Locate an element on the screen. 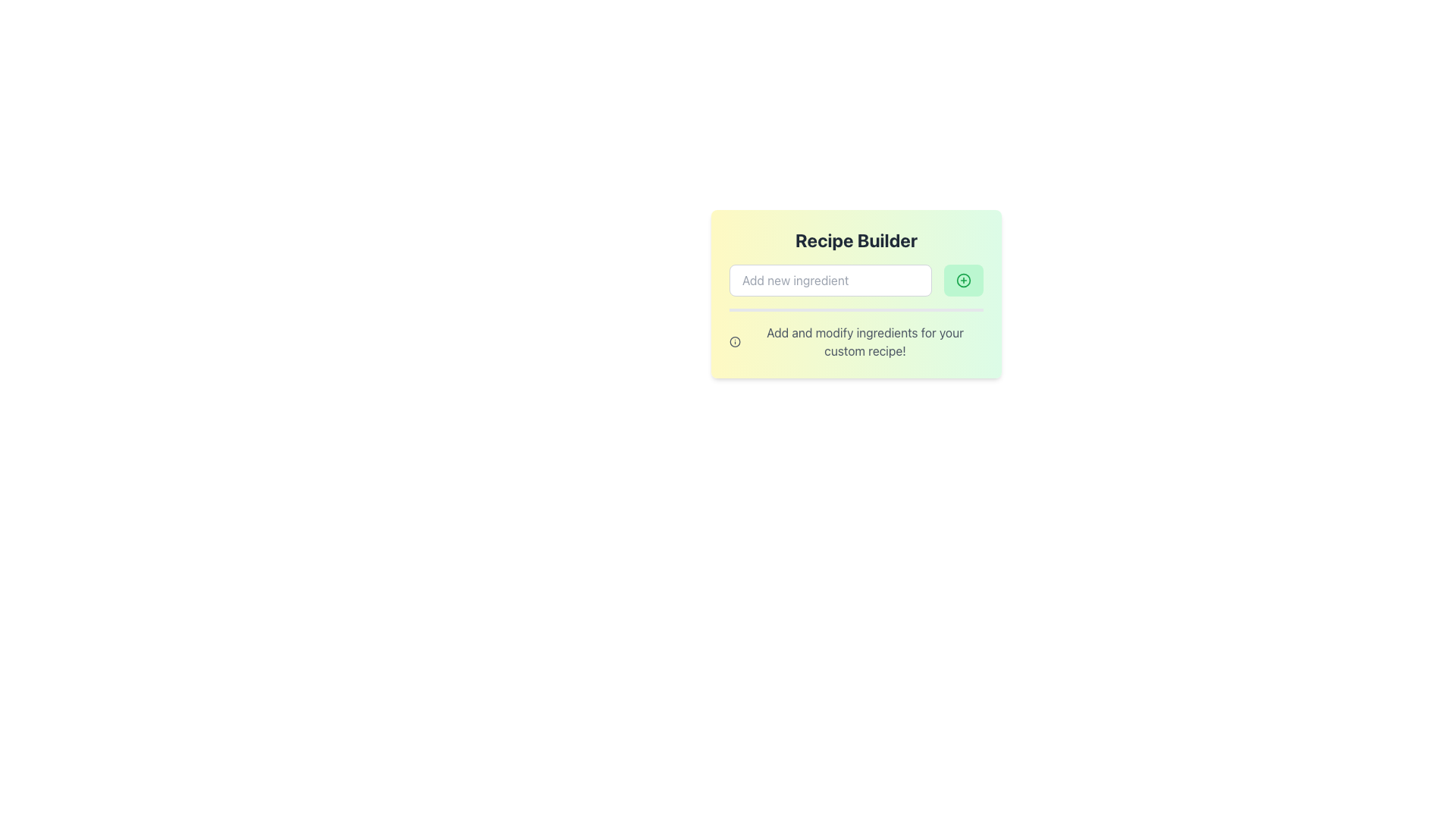  the green button is located at coordinates (963, 281).